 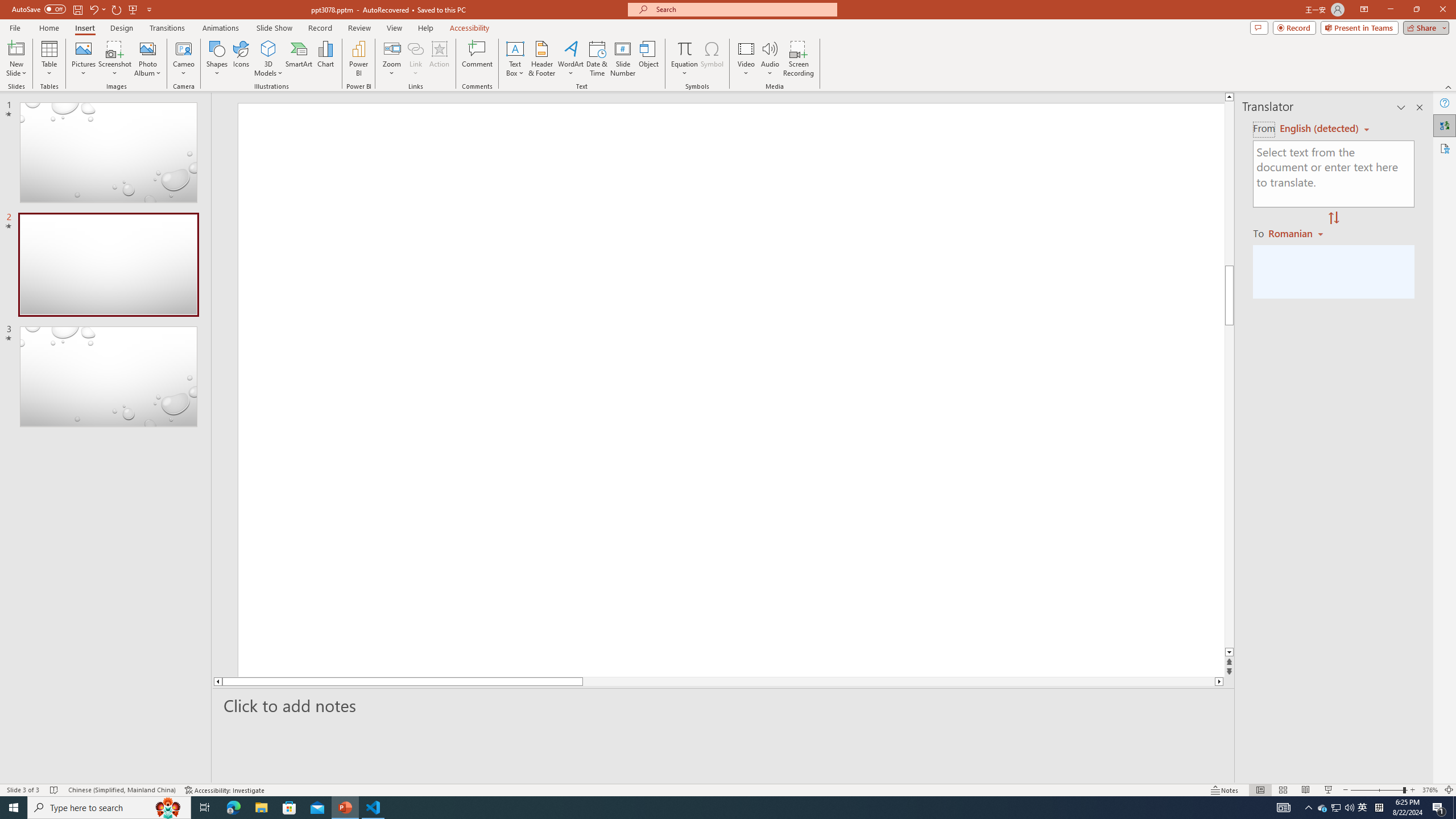 I want to click on 'Date & Time...', so click(x=596, y=59).